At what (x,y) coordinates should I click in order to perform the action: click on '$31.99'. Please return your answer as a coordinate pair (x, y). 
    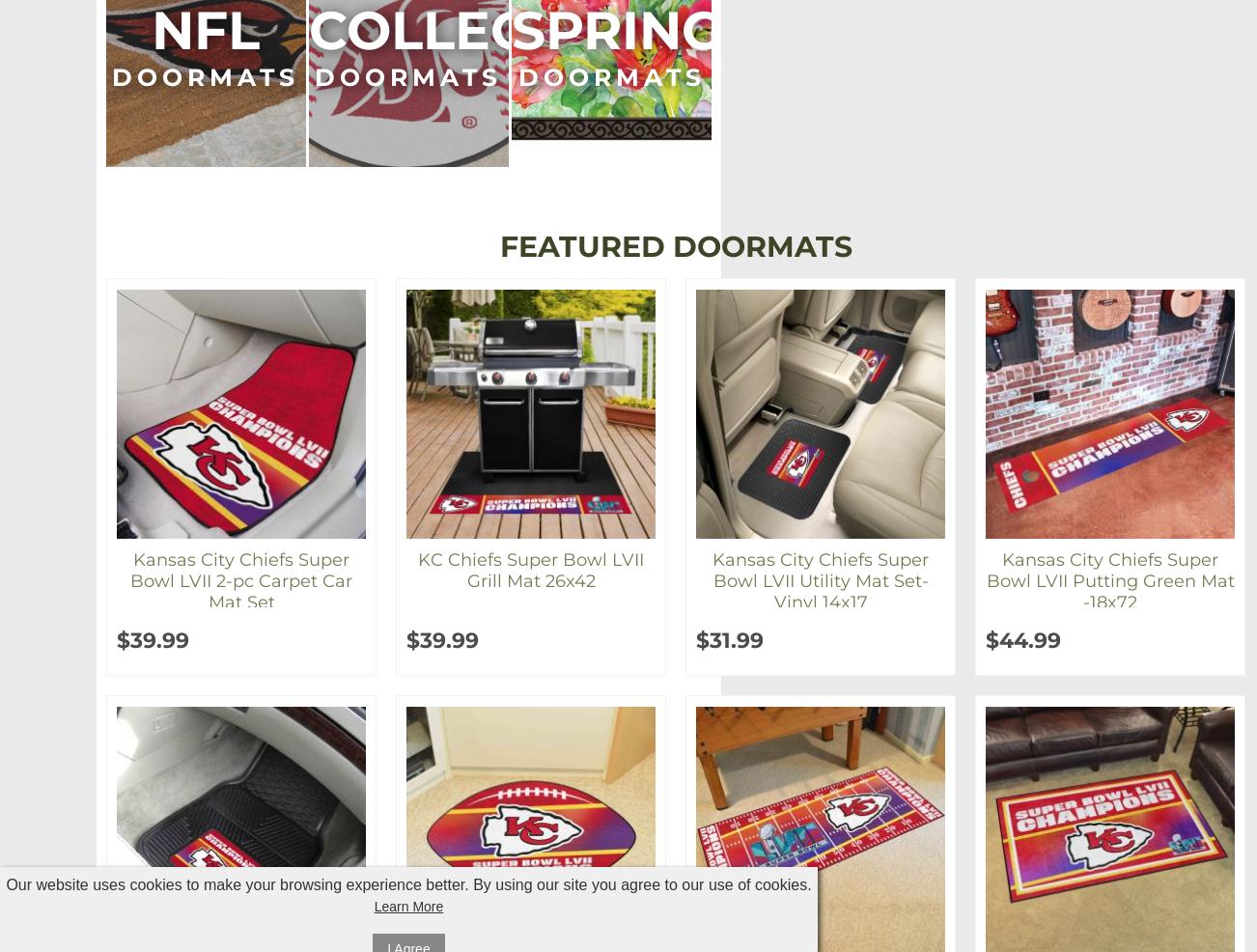
    Looking at the image, I should click on (728, 639).